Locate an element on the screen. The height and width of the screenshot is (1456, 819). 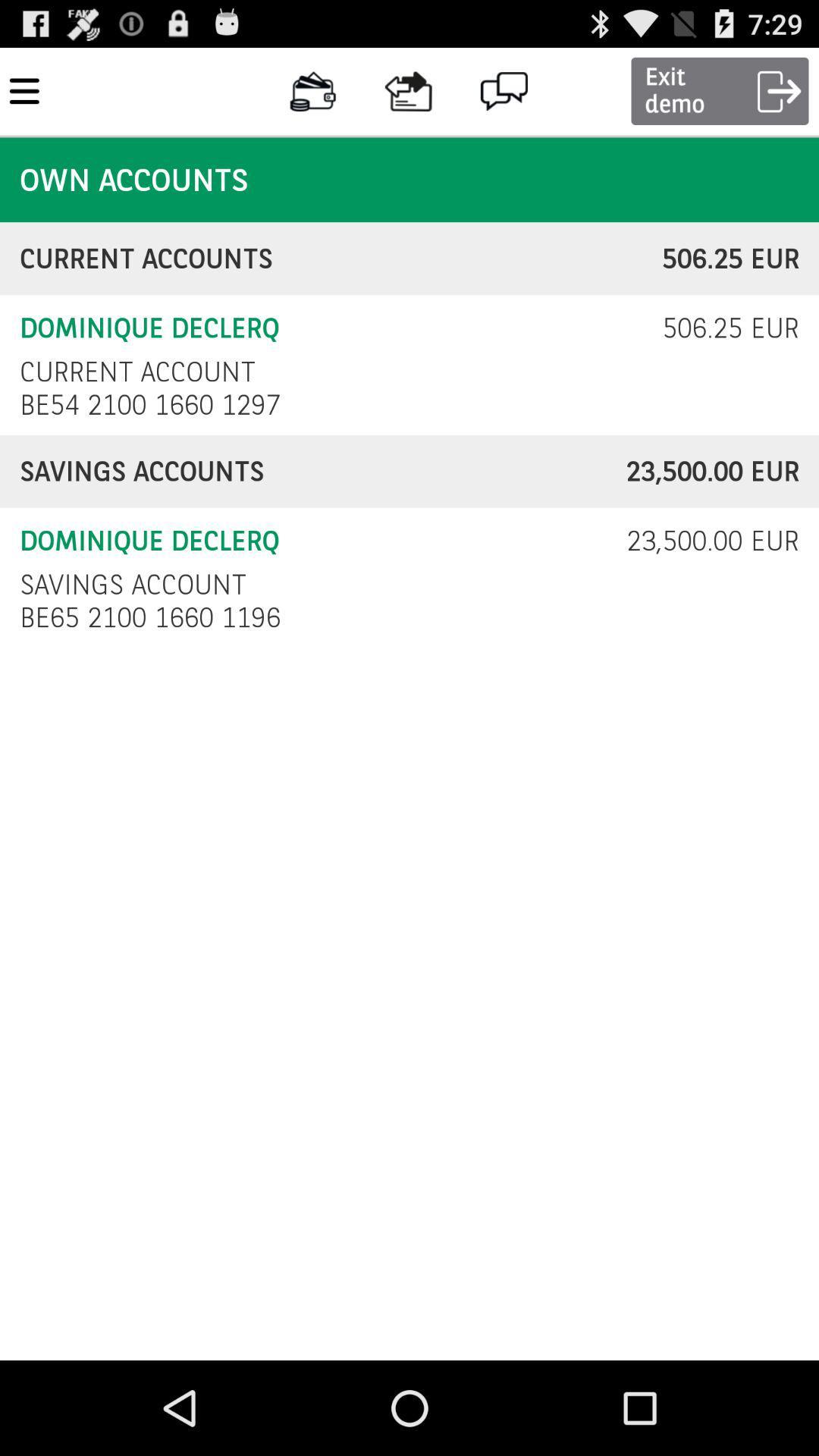
the message icon at the top of the page is located at coordinates (504, 90).